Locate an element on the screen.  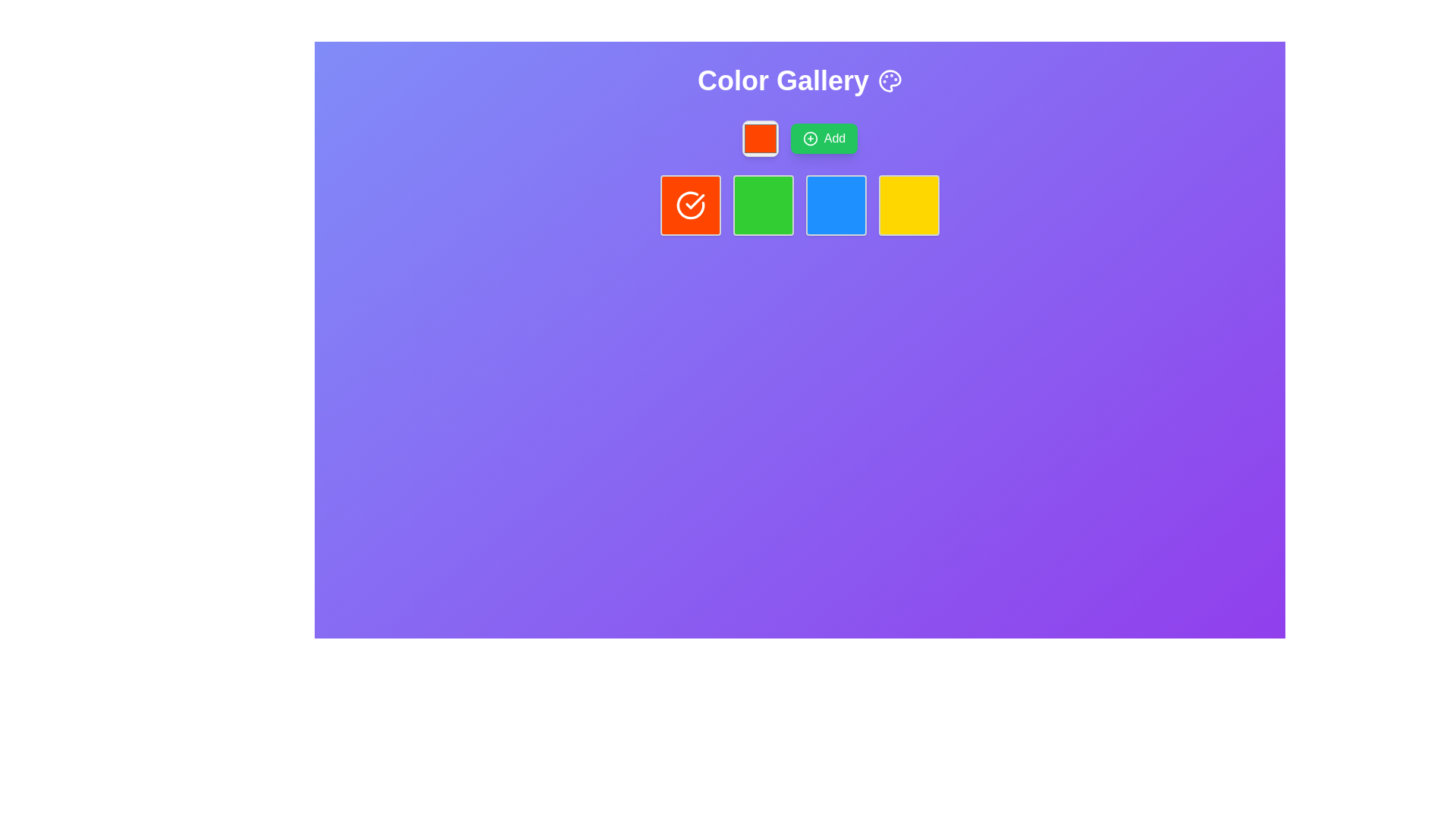
the blue square visual display block with rounded corners and a subtle shadow, positioned third in a horizontal grid layout is located at coordinates (836, 205).